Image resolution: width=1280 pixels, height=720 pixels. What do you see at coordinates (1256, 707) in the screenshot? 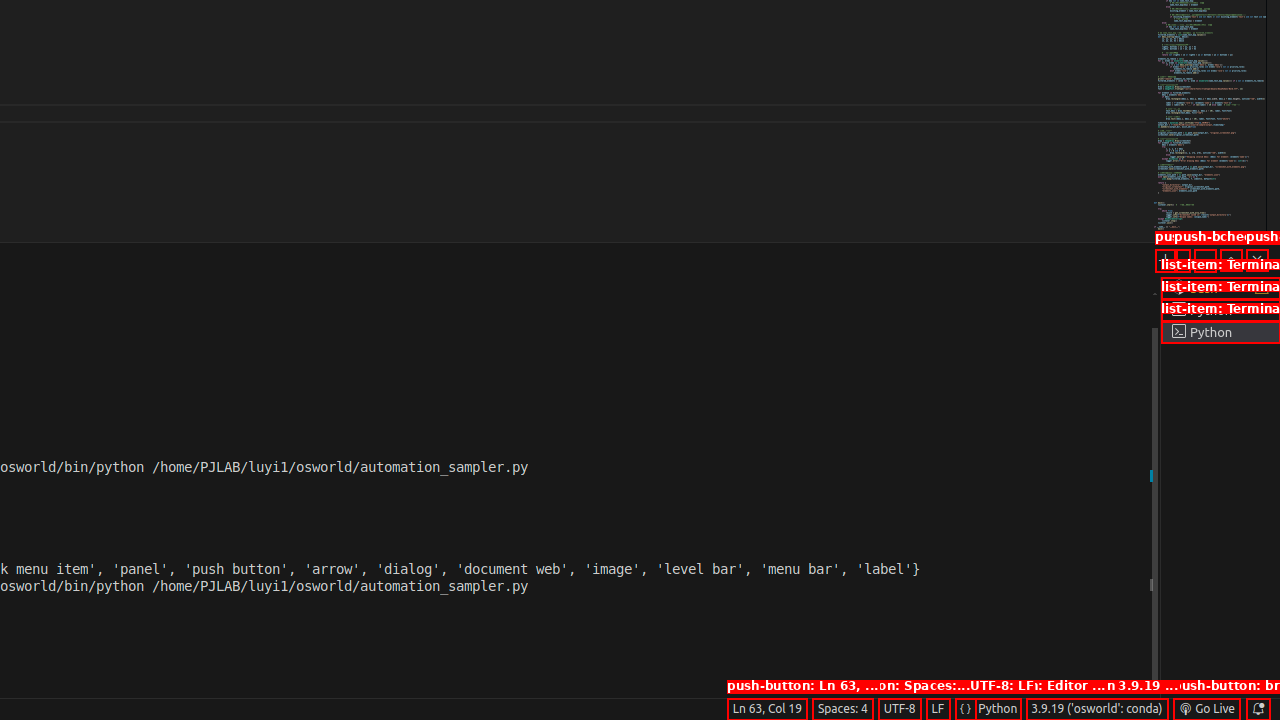
I see `'Notifications'` at bounding box center [1256, 707].